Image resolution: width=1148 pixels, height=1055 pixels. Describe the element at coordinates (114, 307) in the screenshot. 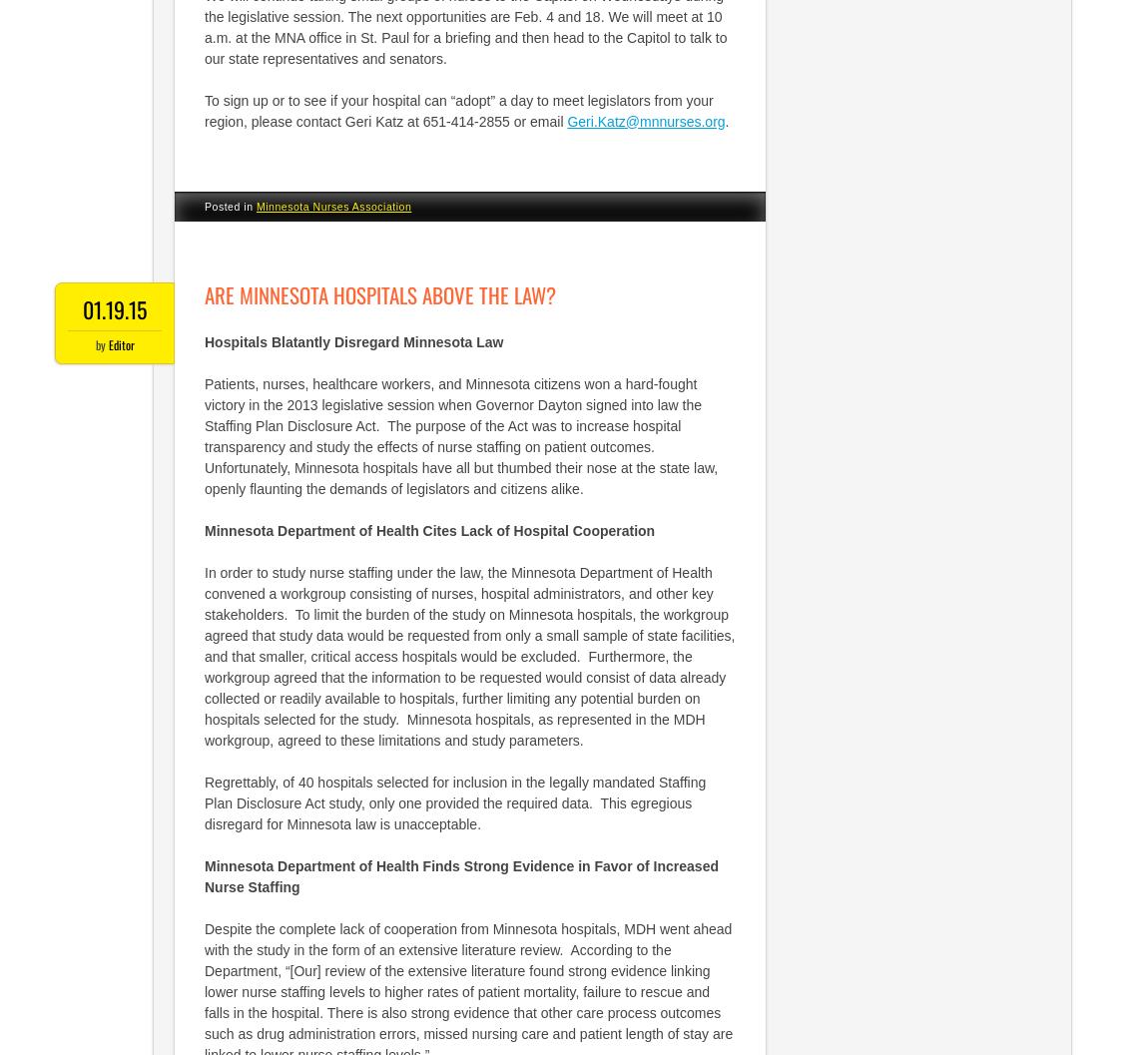

I see `'01.19.15'` at that location.